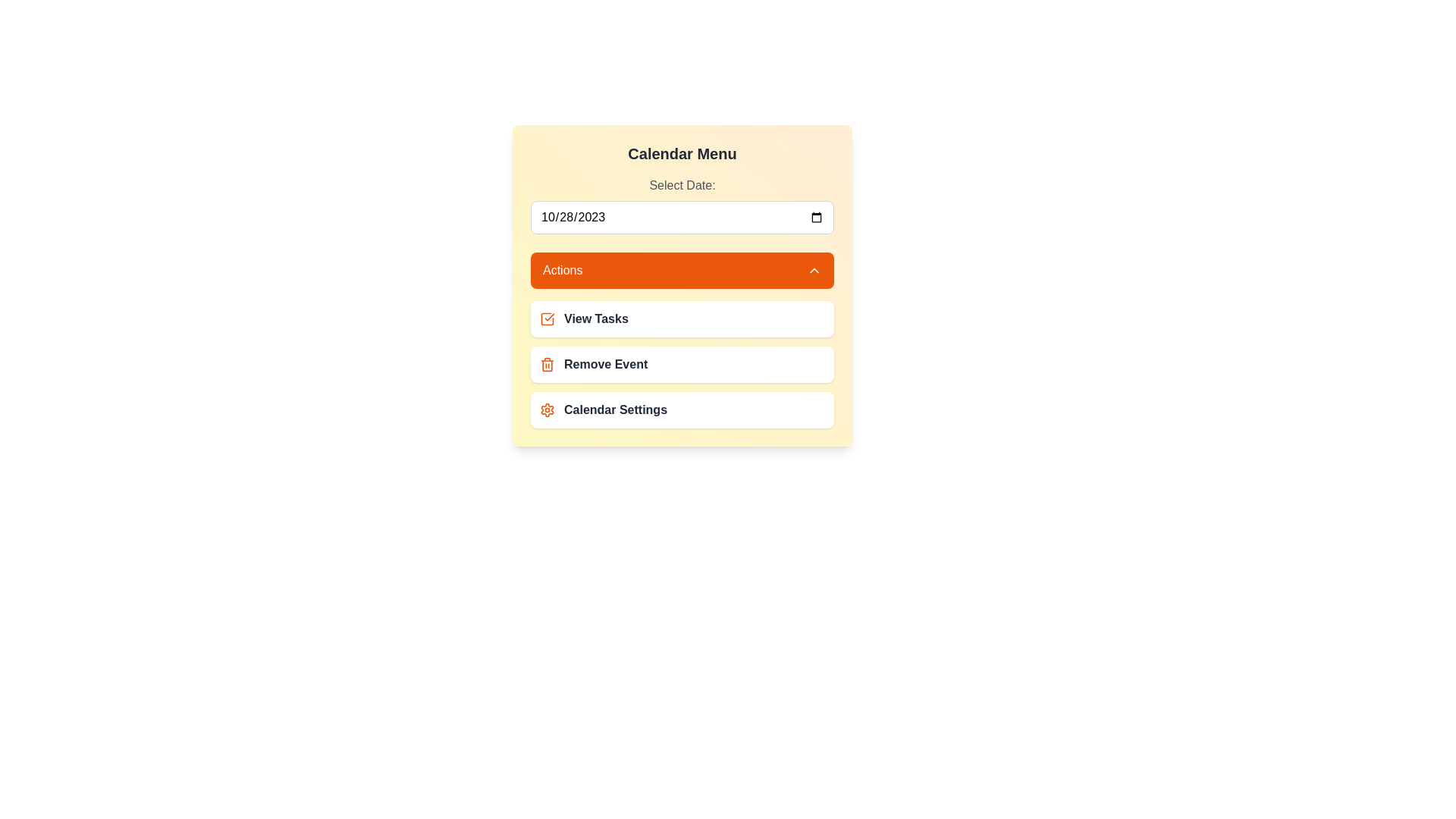  Describe the element at coordinates (682, 409) in the screenshot. I see `the action 'Calendar Settings' from the menu` at that location.